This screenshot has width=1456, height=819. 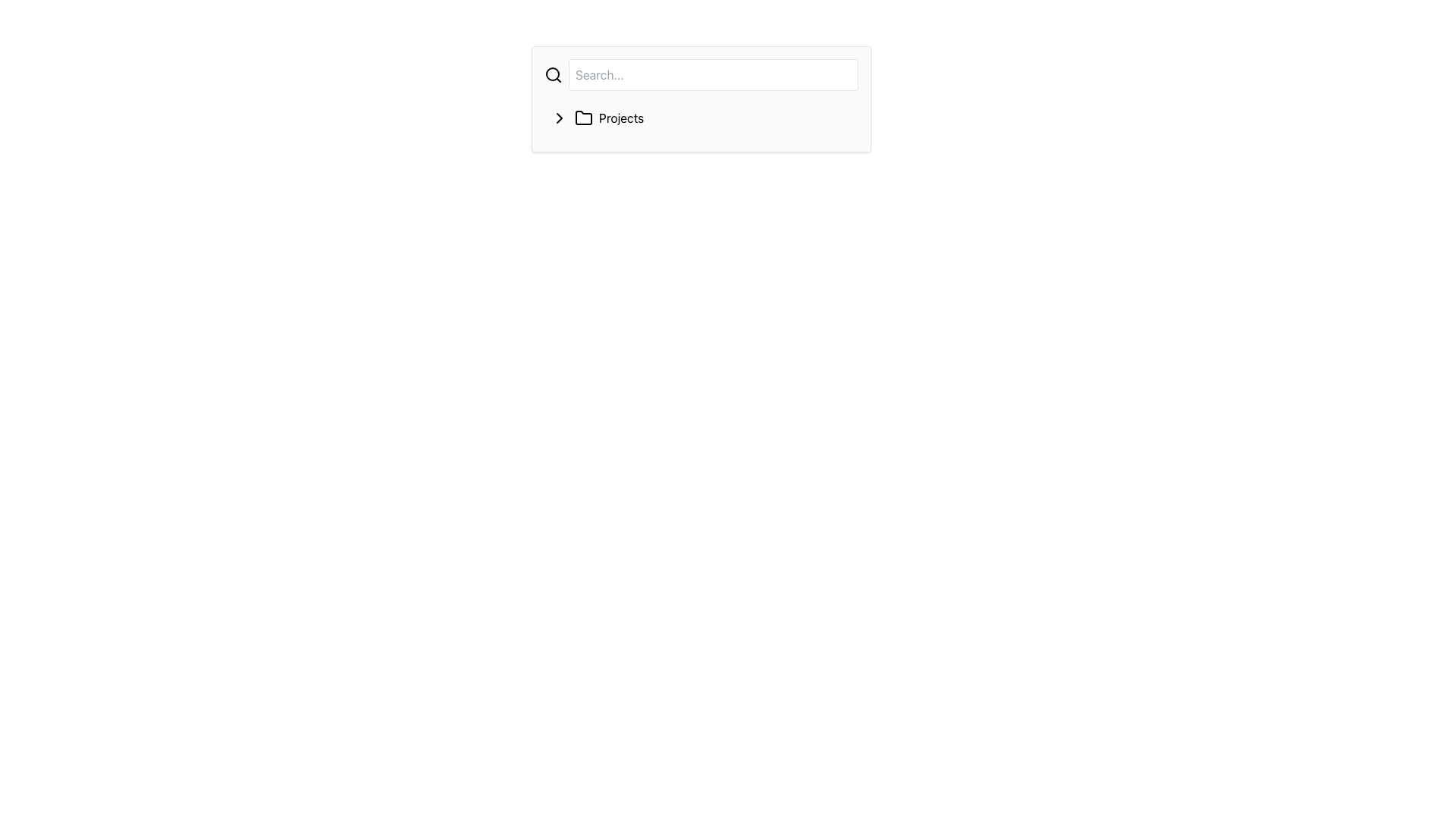 What do you see at coordinates (559, 117) in the screenshot?
I see `the rightward-pointing chevron SVG icon, which is positioned to the left of the 'Projects' folder icon` at bounding box center [559, 117].